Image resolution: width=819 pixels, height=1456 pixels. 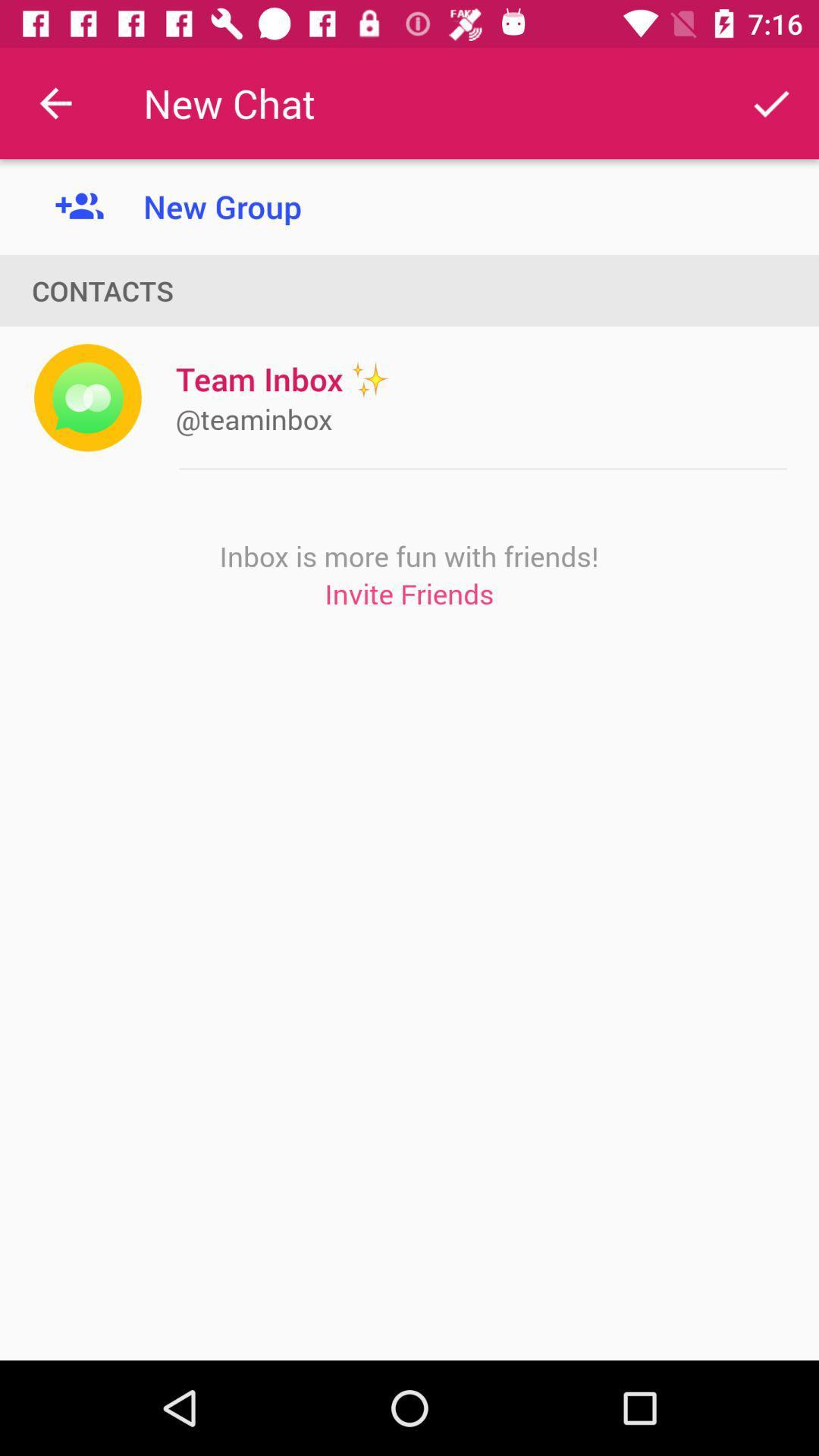 What do you see at coordinates (55, 102) in the screenshot?
I see `item next to the new group item` at bounding box center [55, 102].